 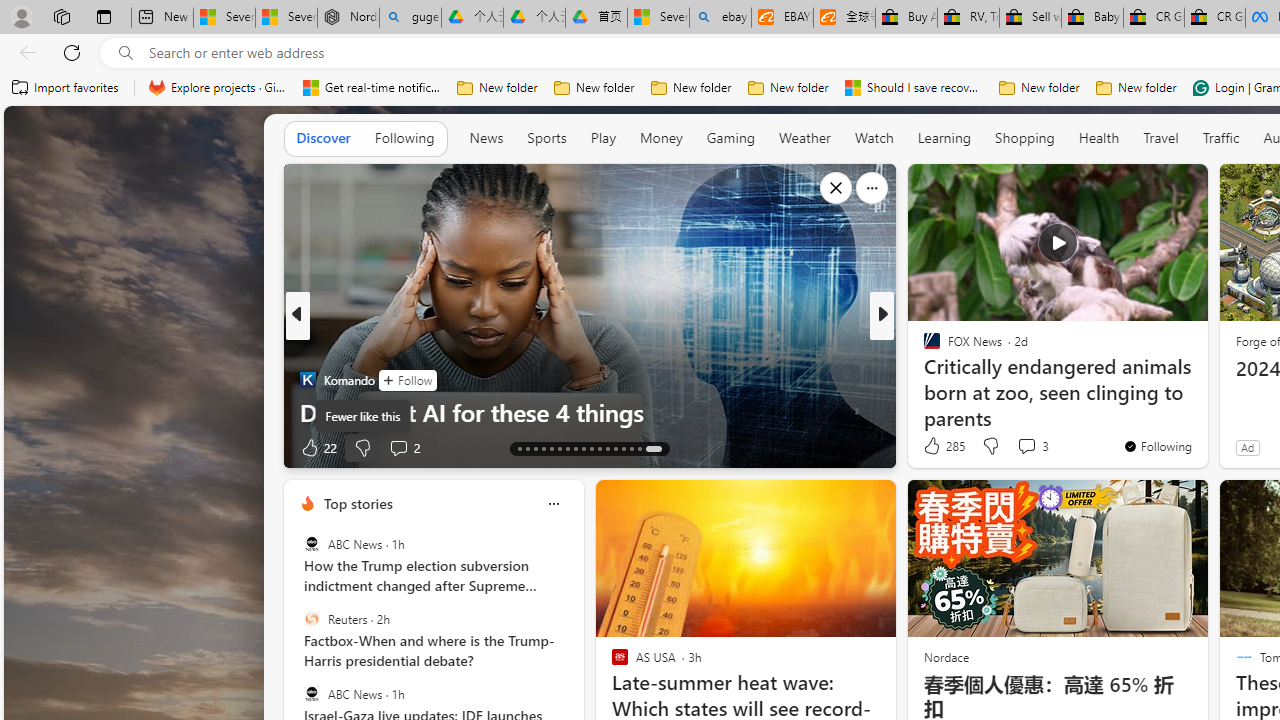 I want to click on 'Reuters', so click(x=310, y=618).